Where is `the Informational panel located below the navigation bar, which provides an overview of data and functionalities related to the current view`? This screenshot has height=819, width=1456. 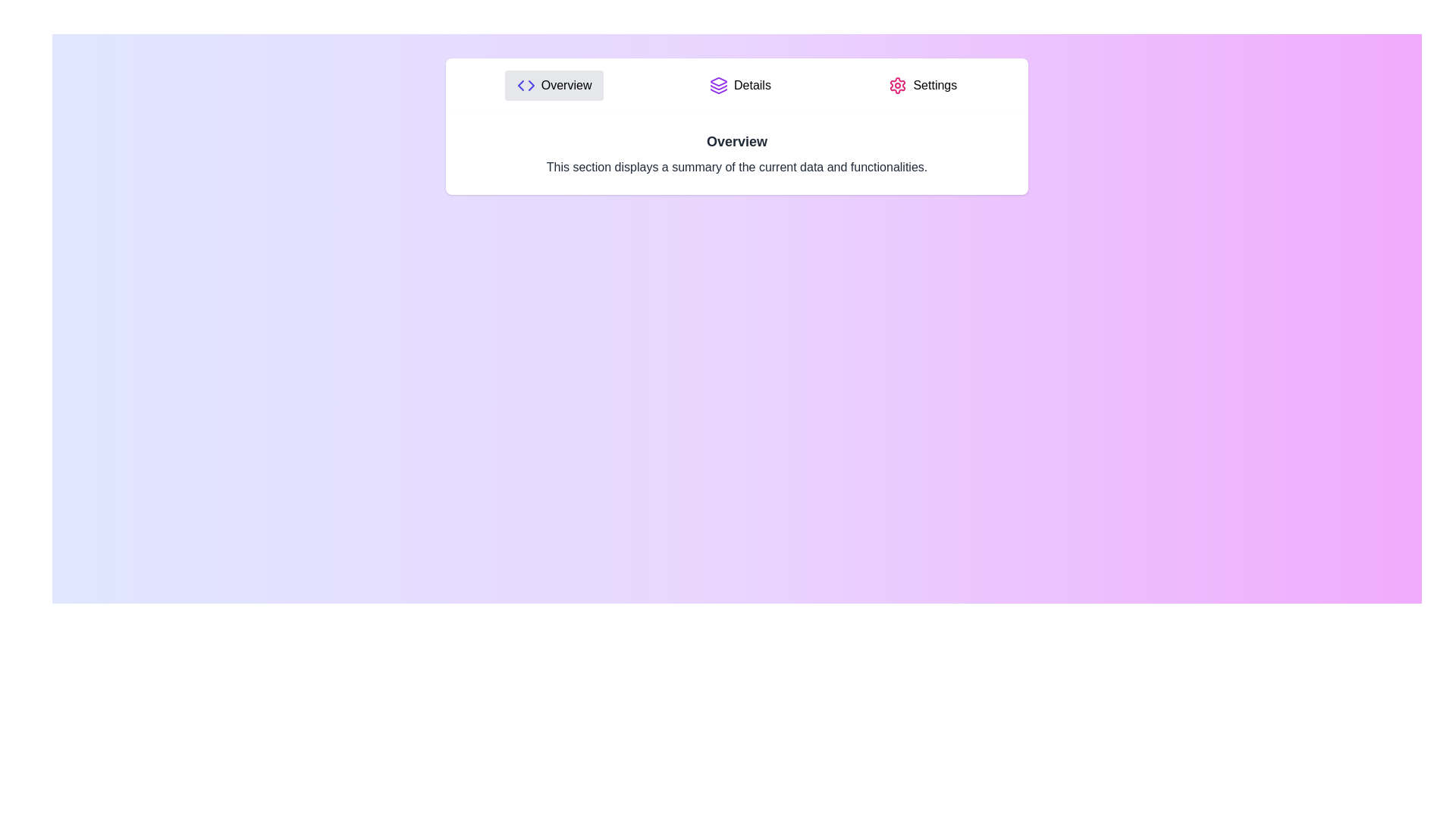 the Informational panel located below the navigation bar, which provides an overview of data and functionalities related to the current view is located at coordinates (736, 154).